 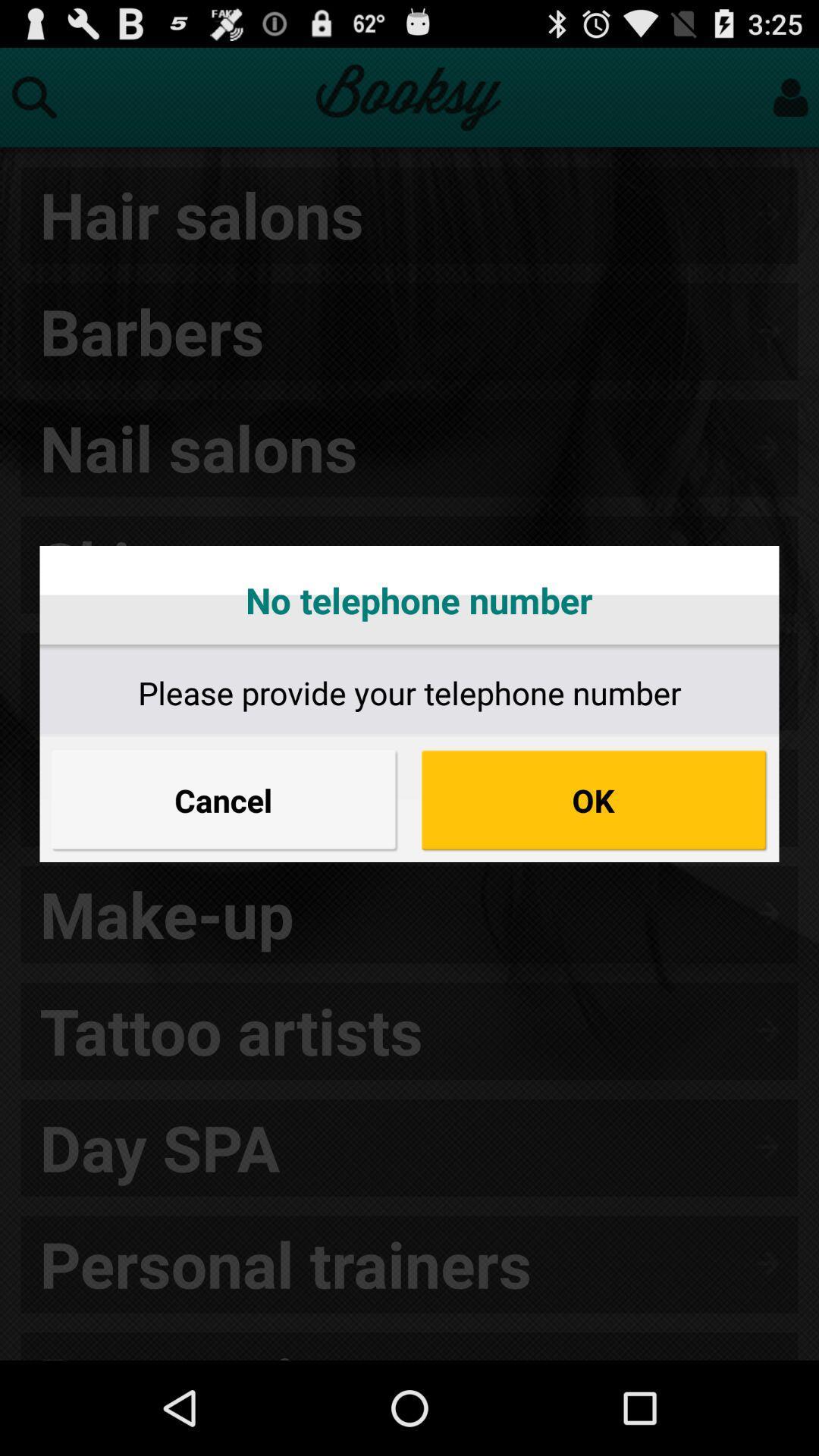 What do you see at coordinates (593, 799) in the screenshot?
I see `the icon below the please provide your` at bounding box center [593, 799].